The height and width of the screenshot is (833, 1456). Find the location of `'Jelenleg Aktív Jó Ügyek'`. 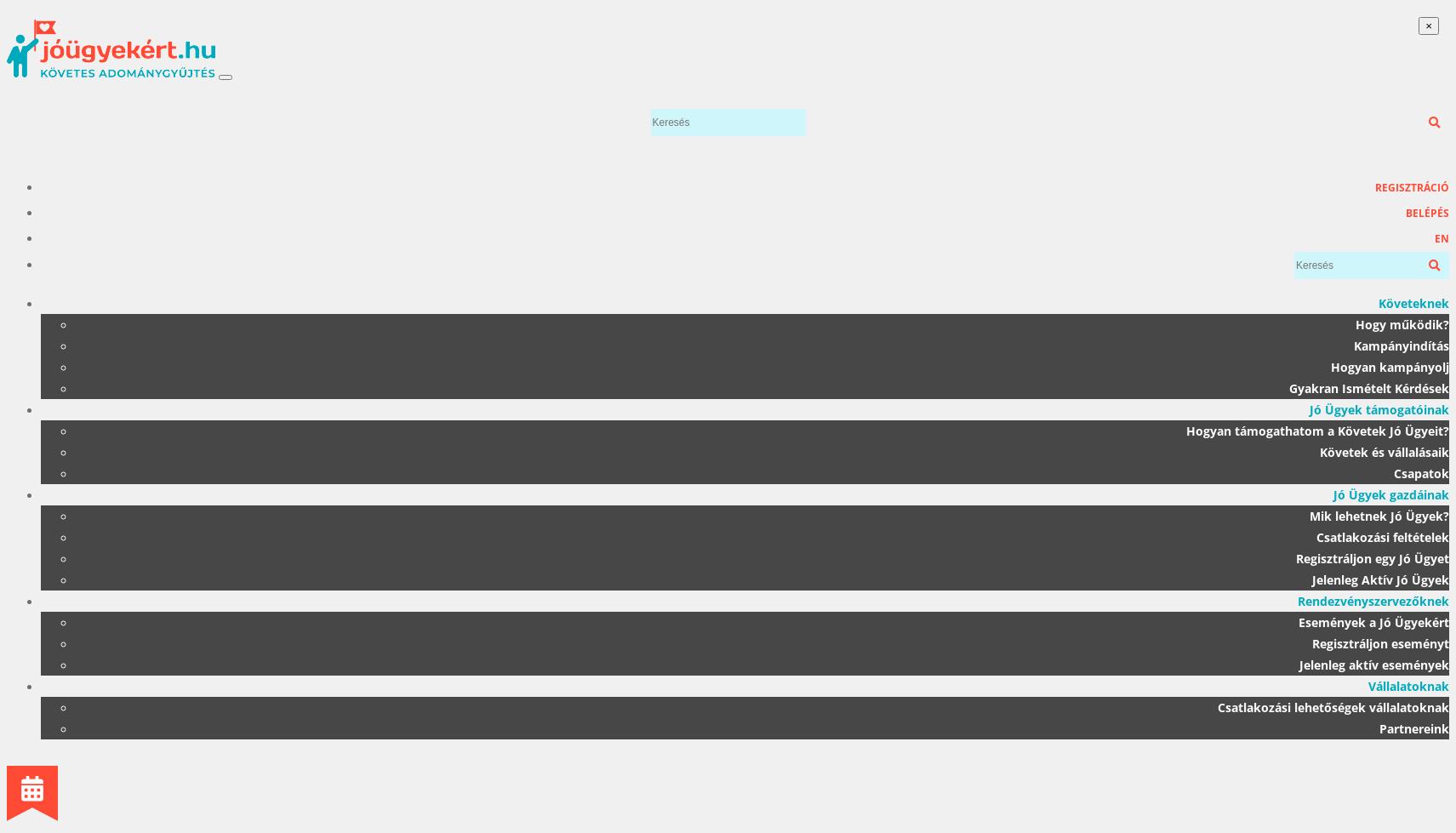

'Jelenleg Aktív Jó Ügyek' is located at coordinates (1380, 579).